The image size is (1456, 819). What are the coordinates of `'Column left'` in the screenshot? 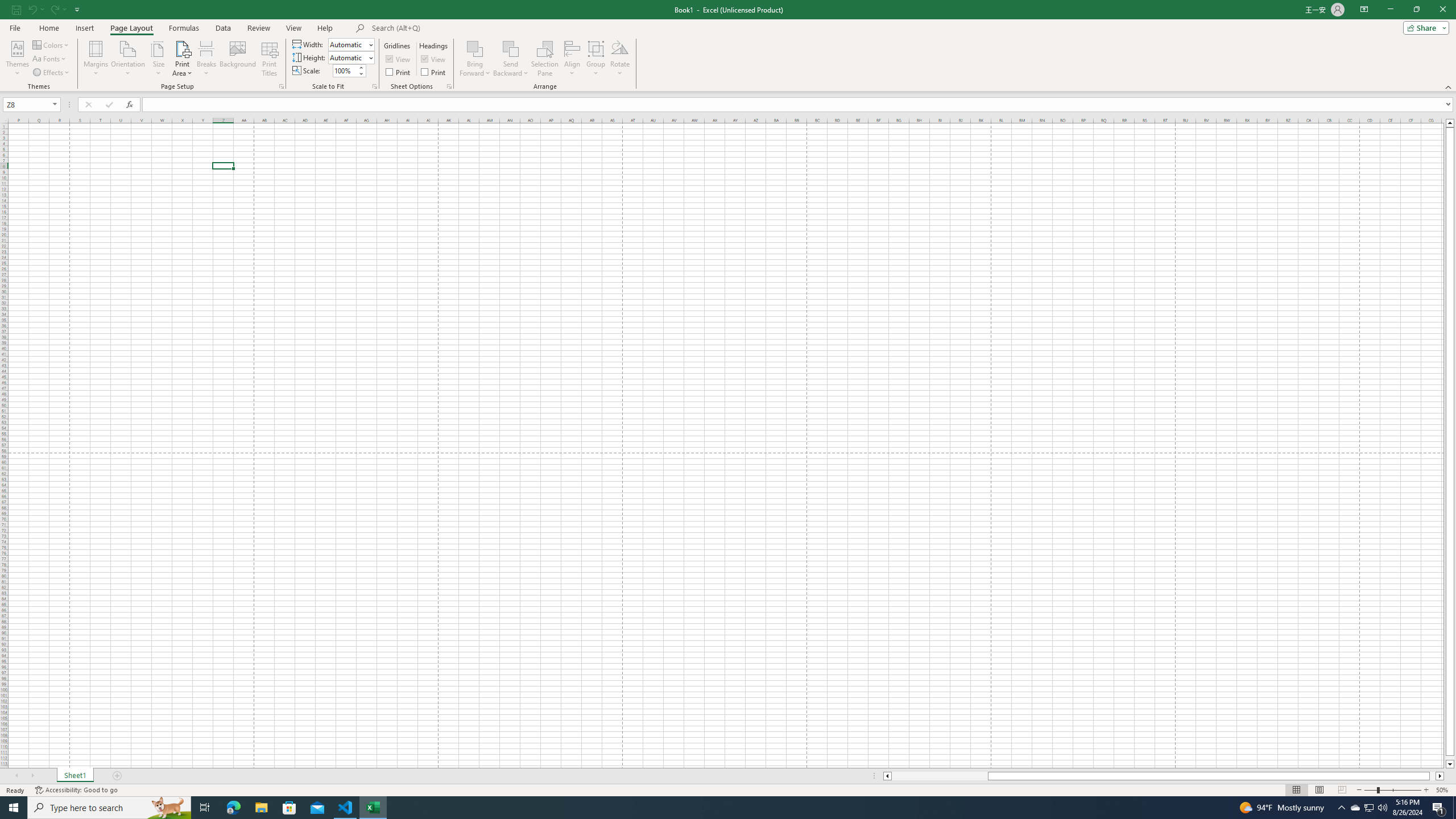 It's located at (886, 775).